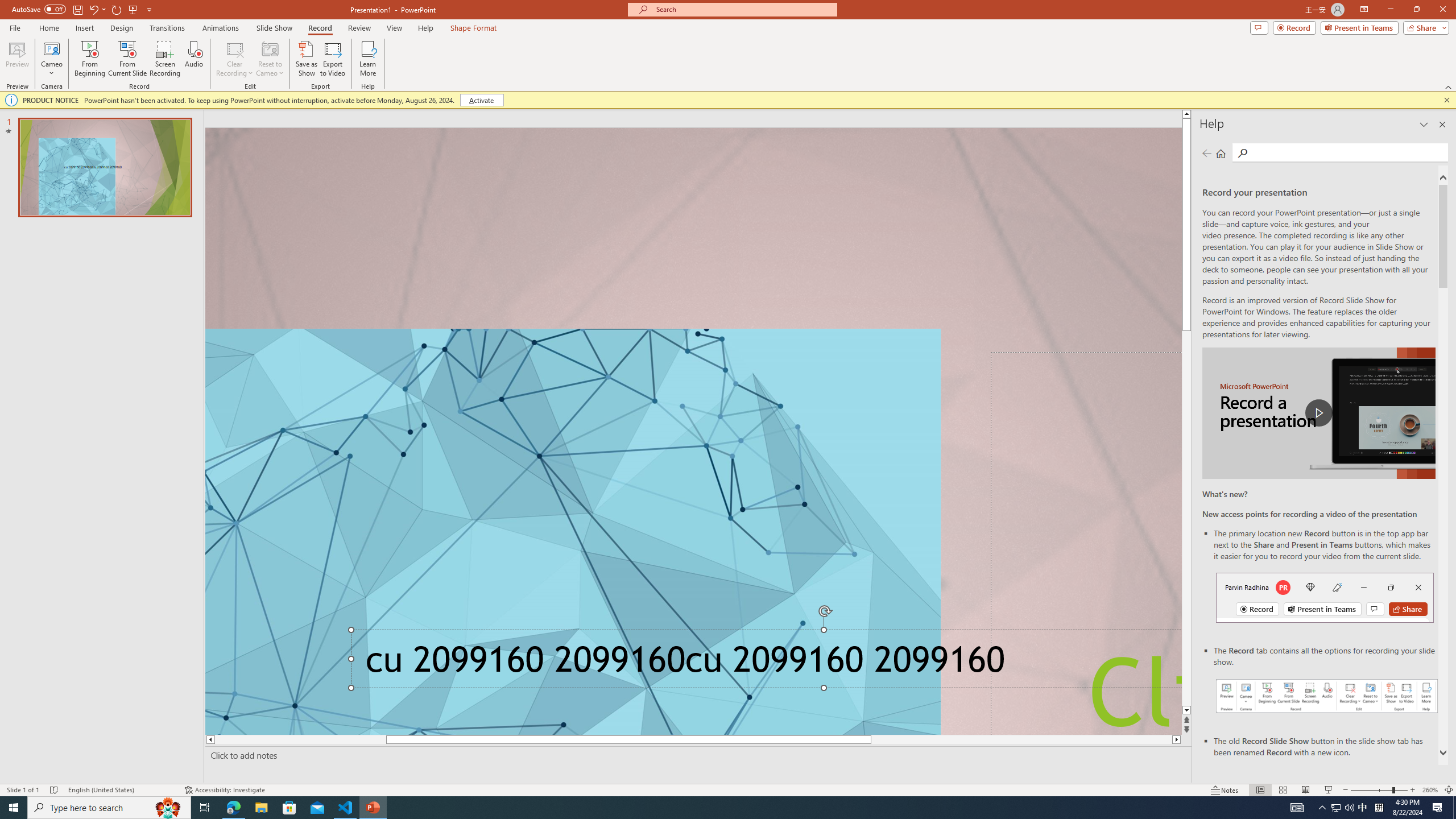 The image size is (1456, 819). What do you see at coordinates (1318, 412) in the screenshot?
I see `'play Record a Presentation'` at bounding box center [1318, 412].